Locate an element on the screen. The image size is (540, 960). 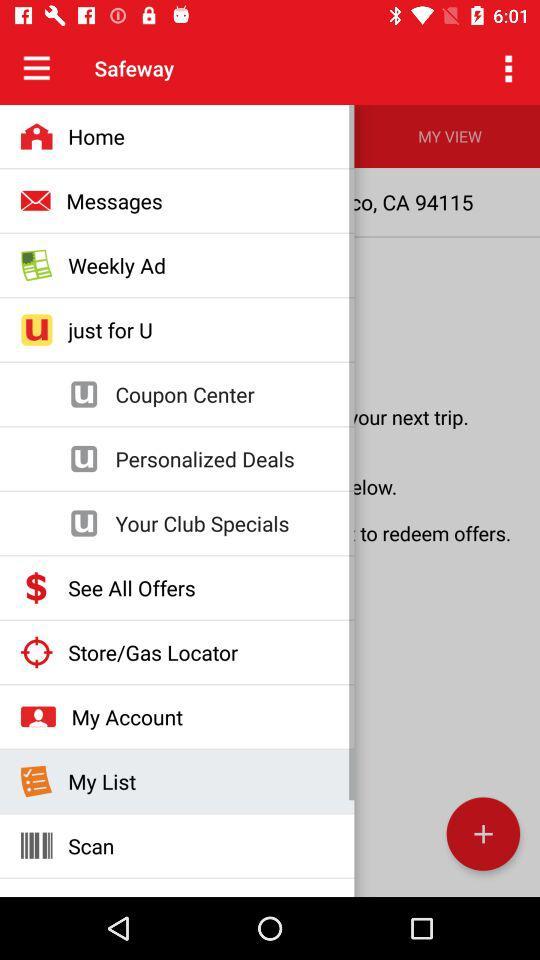
the add icon is located at coordinates (482, 833).